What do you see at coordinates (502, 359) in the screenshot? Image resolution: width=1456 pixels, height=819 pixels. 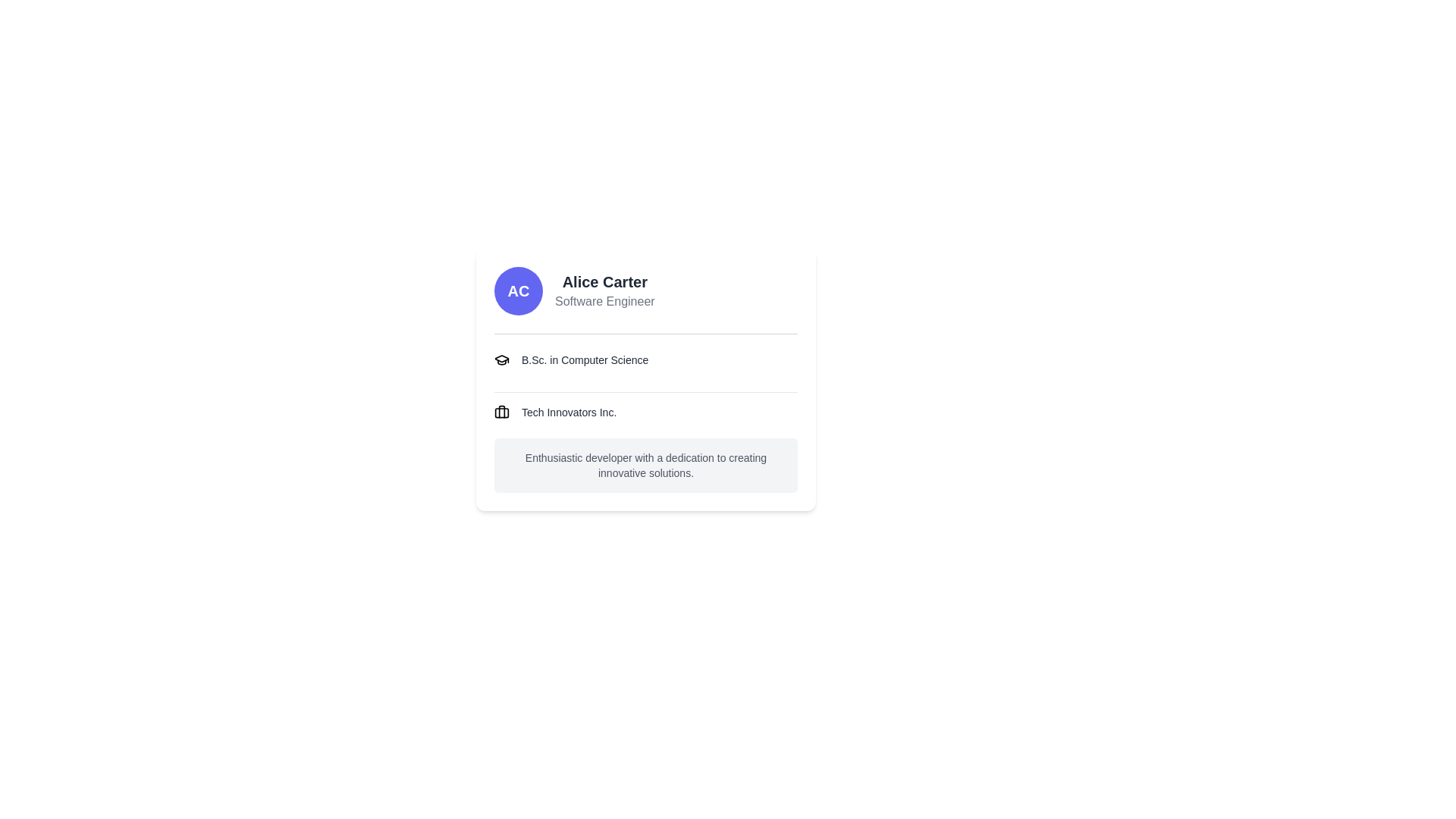 I see `the small black vector graphic icon of a graduation cap, which is positioned at the far left of the row containing the text 'B.Sc. in Computer Science'` at bounding box center [502, 359].